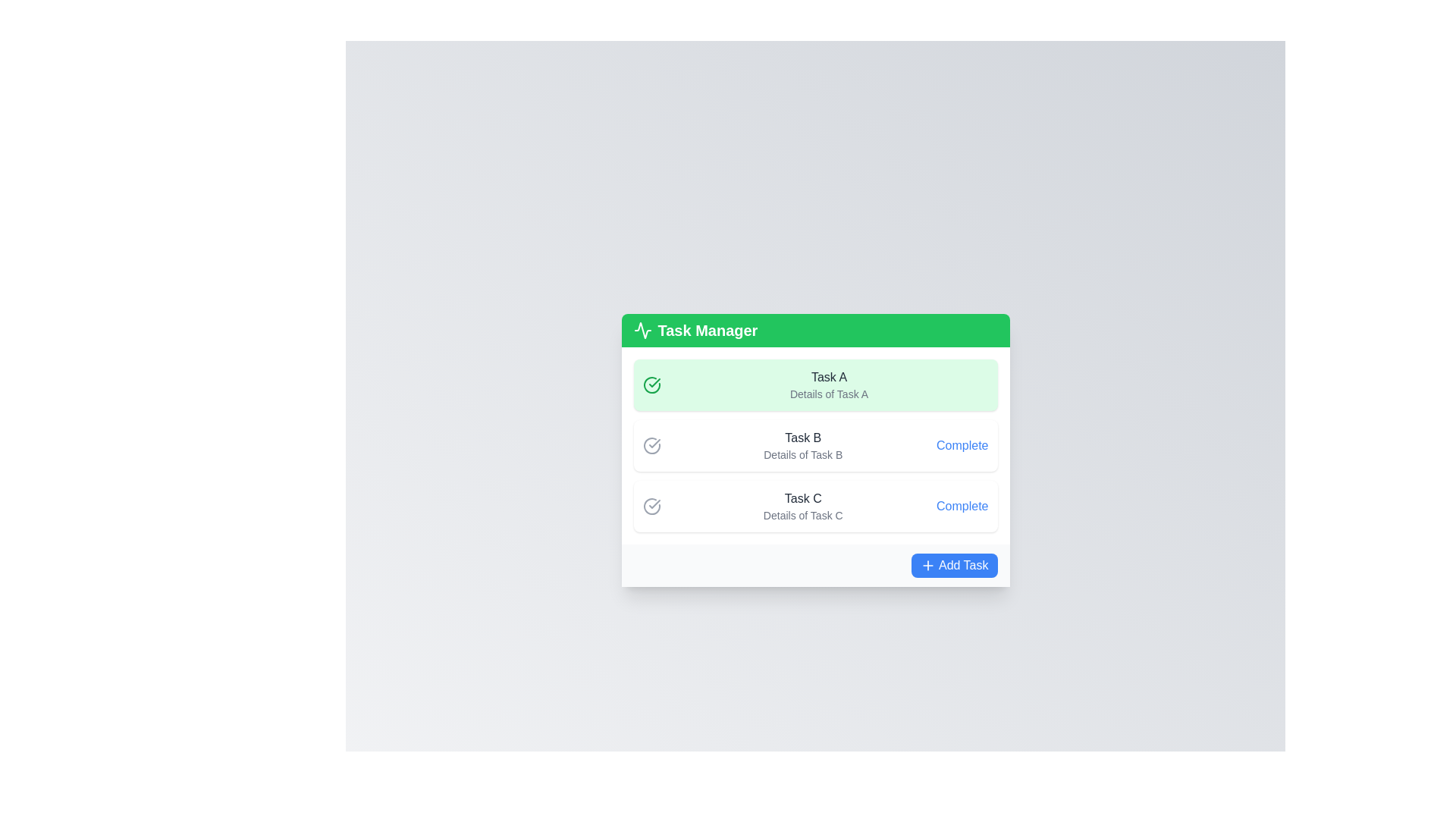  I want to click on the text block displaying the title 'Task C' and its description 'Details of Task C' in the task management interface, located below 'Task A' and 'Task B', so click(802, 506).